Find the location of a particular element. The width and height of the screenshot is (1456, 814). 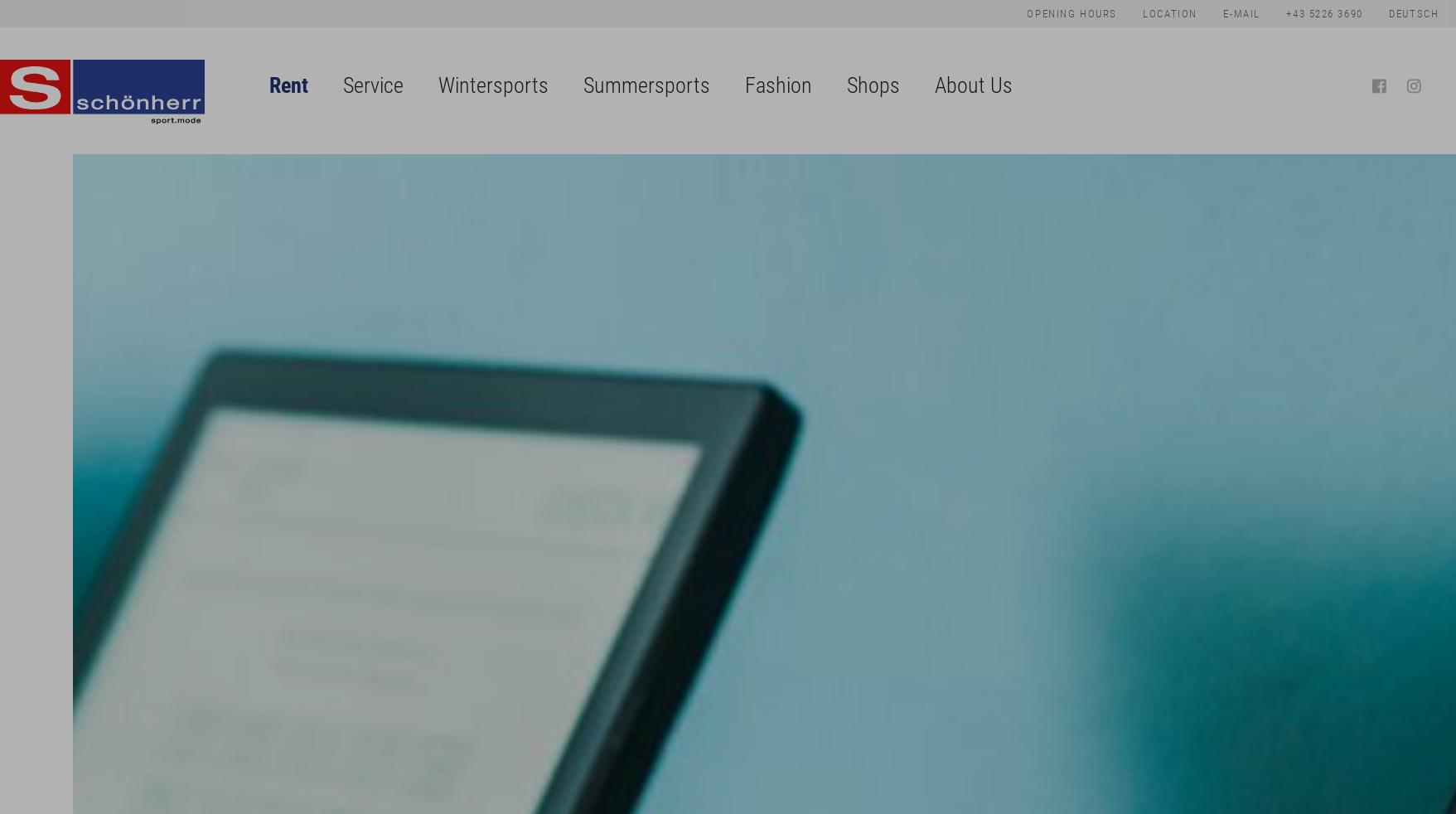

'Sports House' is located at coordinates (873, 153).